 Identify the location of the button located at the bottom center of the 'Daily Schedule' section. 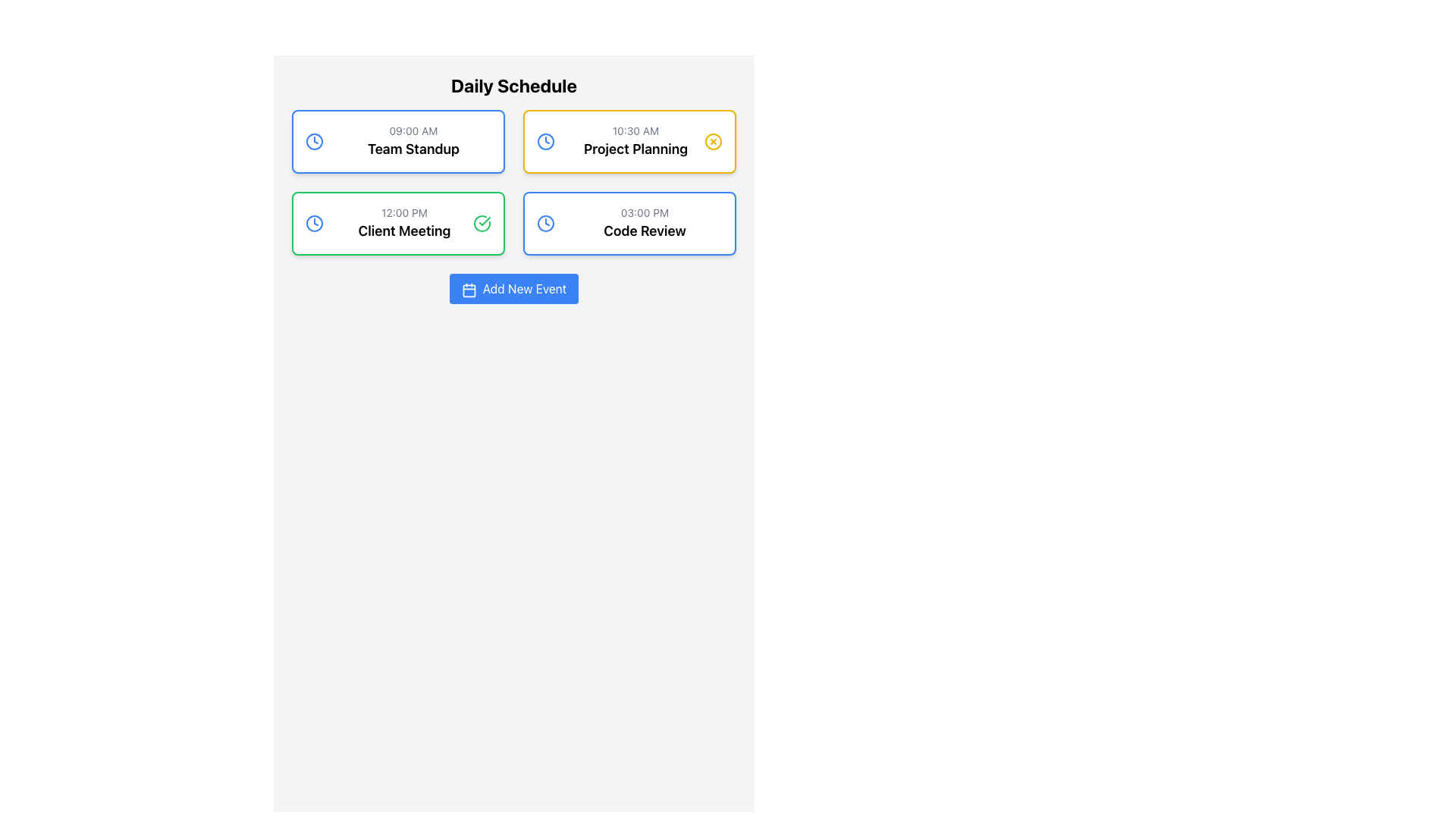
(513, 289).